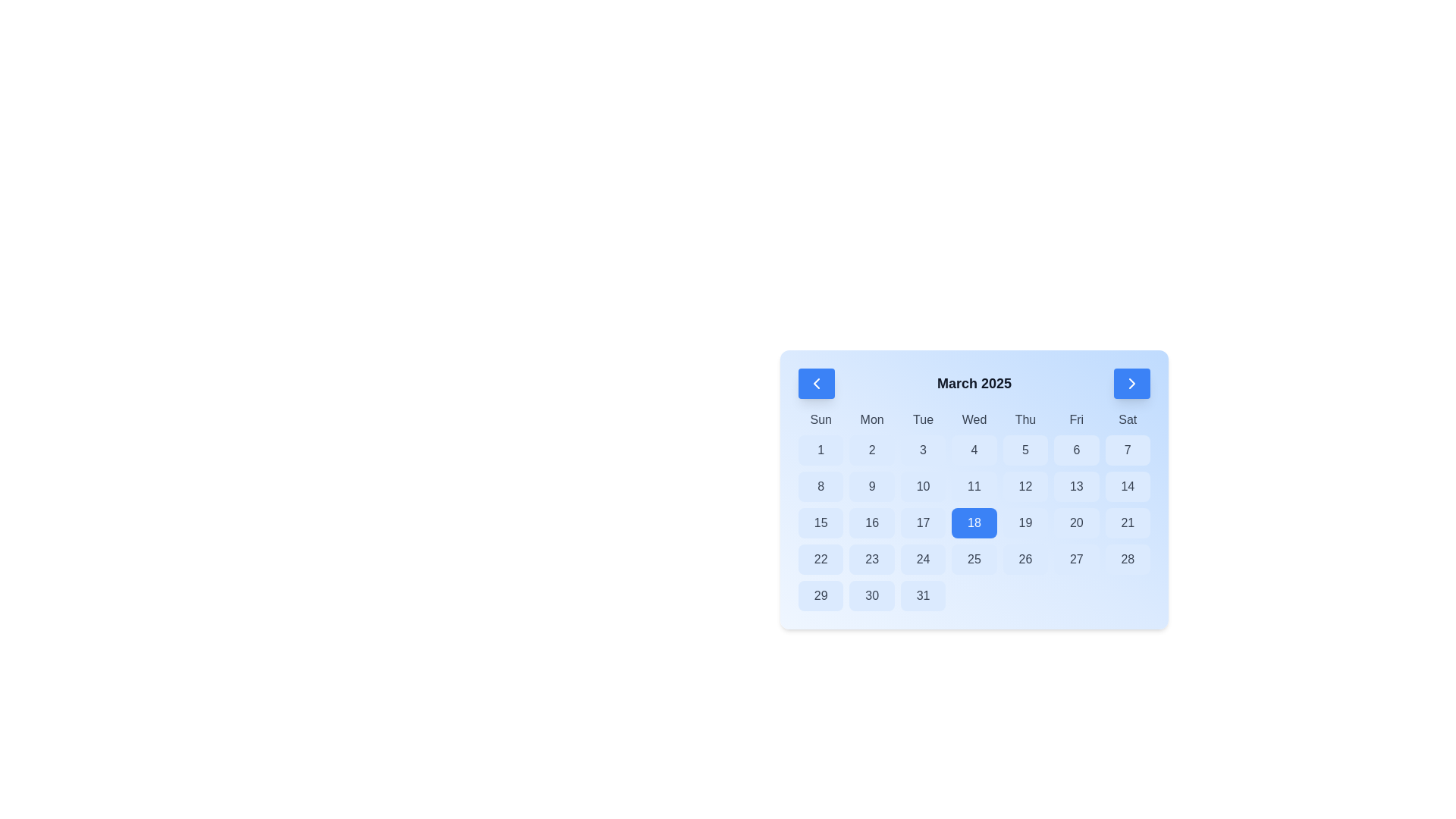  What do you see at coordinates (974, 382) in the screenshot?
I see `the text header displaying 'March 2025' which is prominently styled in black on a light blue background, located centrally at the upper section of the calendar interface` at bounding box center [974, 382].